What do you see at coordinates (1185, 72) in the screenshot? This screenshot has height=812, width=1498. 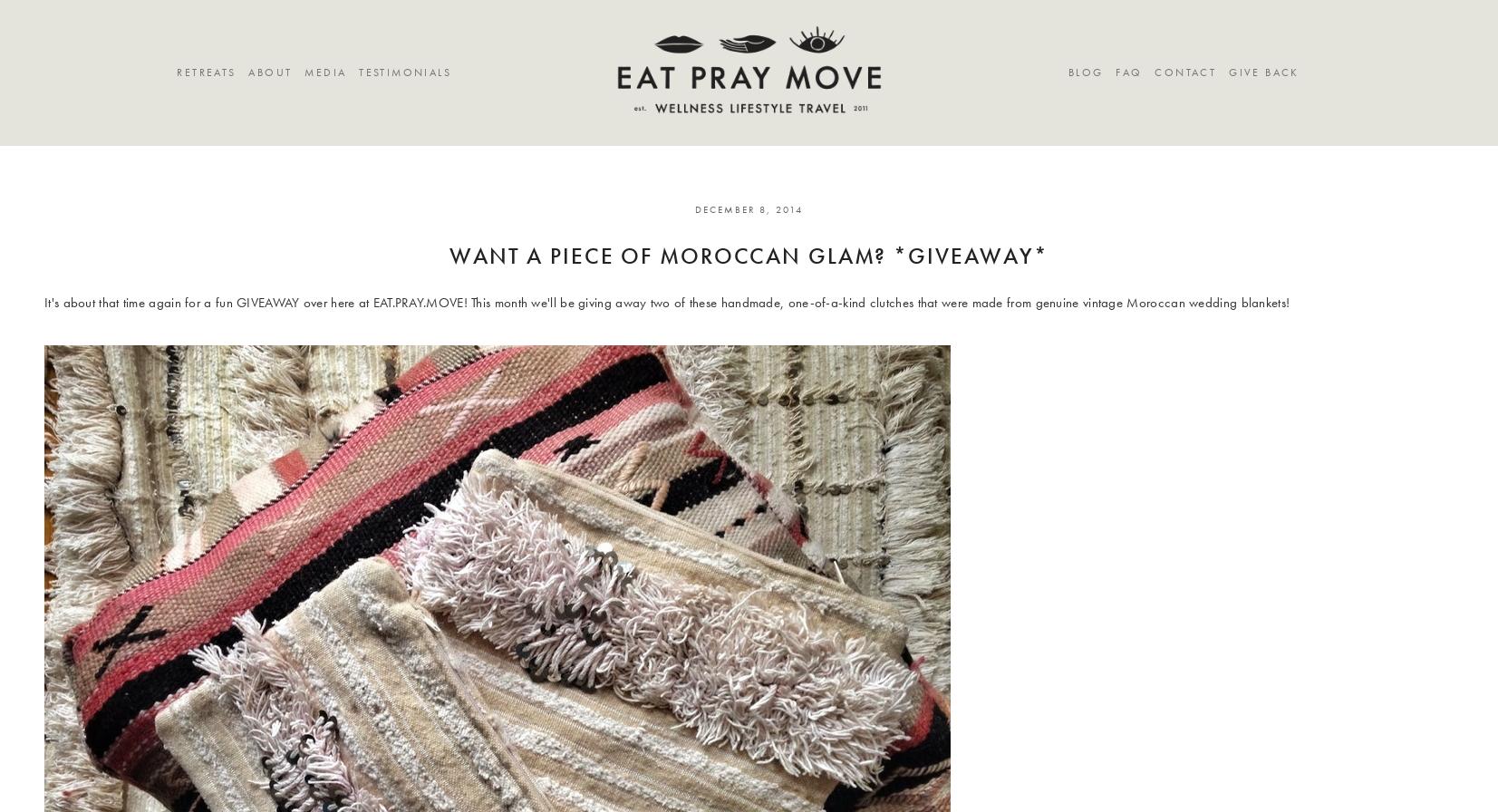 I see `'CONTACT'` at bounding box center [1185, 72].